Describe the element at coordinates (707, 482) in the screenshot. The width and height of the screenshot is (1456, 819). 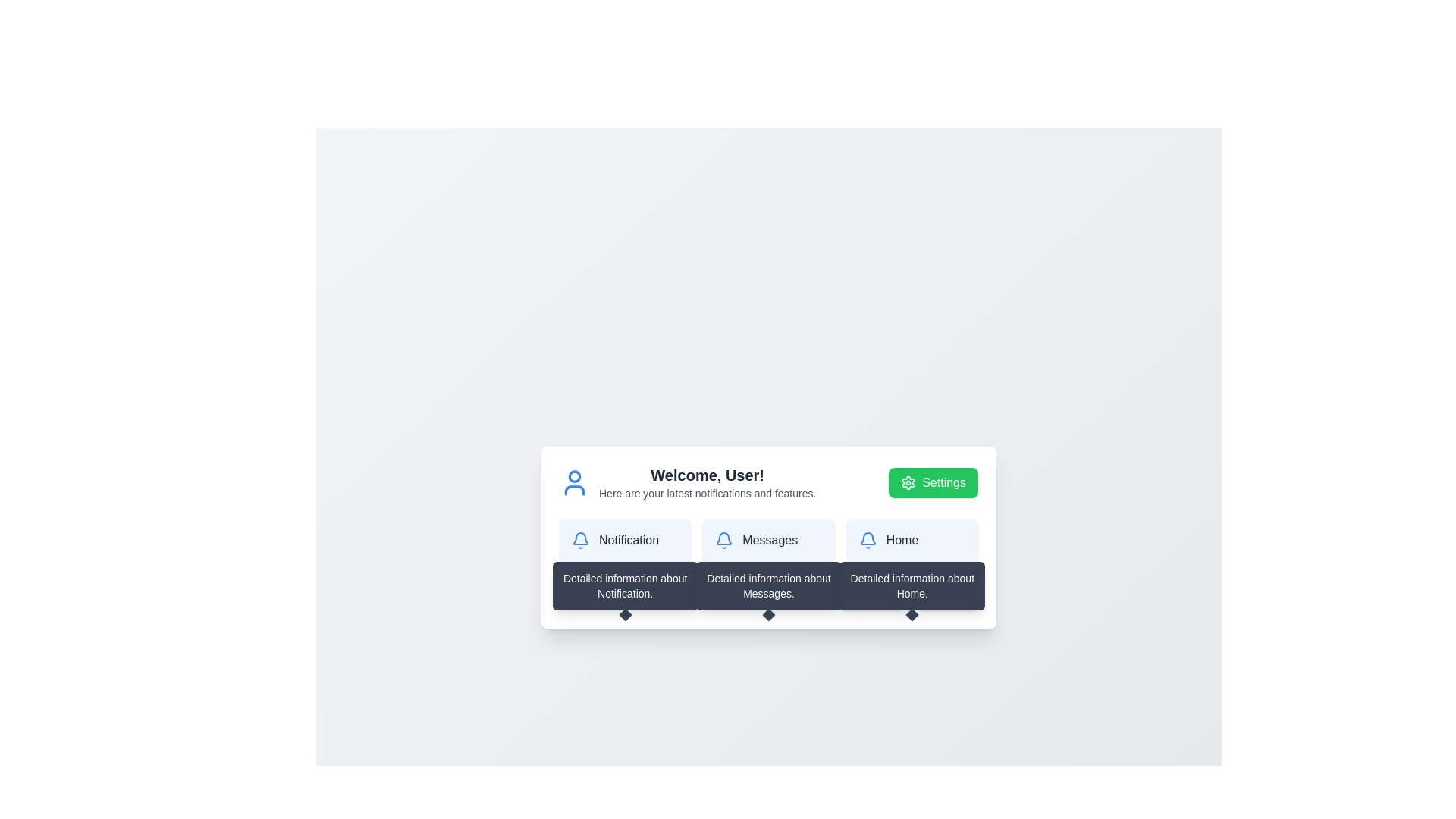
I see `text content of the greeting message block which includes 'Welcome, User!' and 'Here are your latest notifications and features.' This text block is prominently displayed at the center-top of the interface, between a person icon and a green 'Settings' button` at that location.